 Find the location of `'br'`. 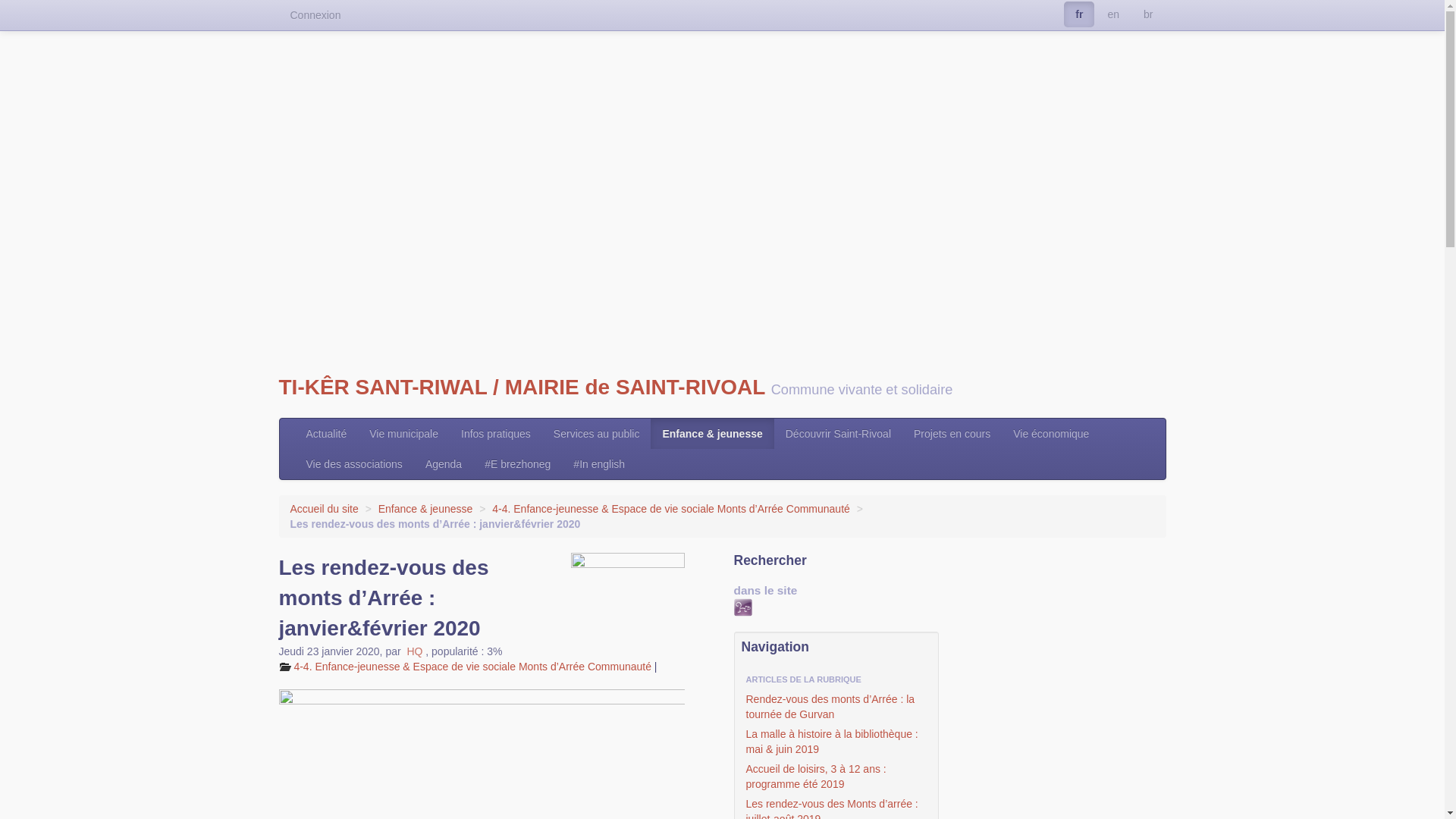

'br' is located at coordinates (1131, 14).